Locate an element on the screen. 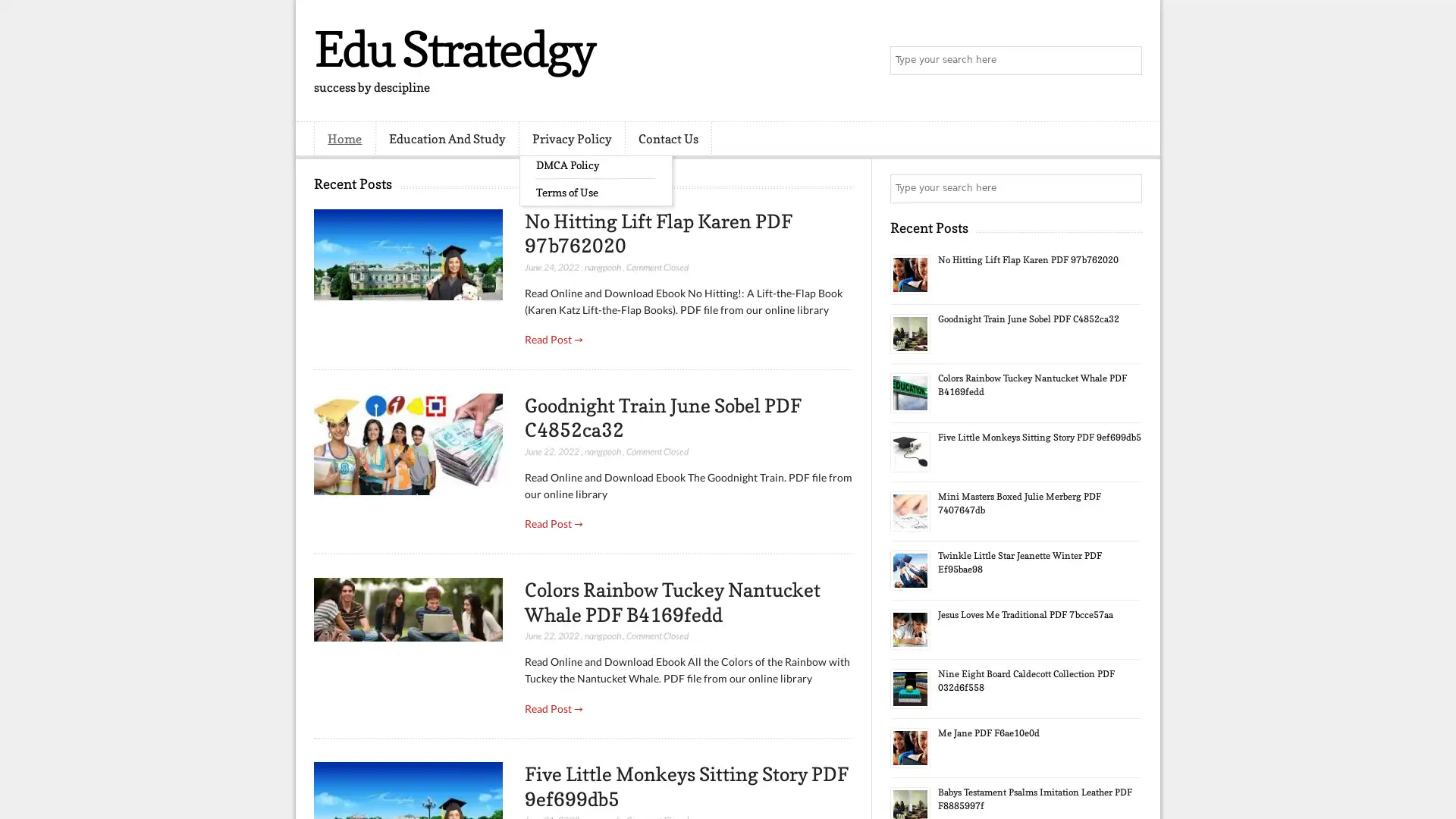 The height and width of the screenshot is (819, 1456). Search is located at coordinates (1126, 188).